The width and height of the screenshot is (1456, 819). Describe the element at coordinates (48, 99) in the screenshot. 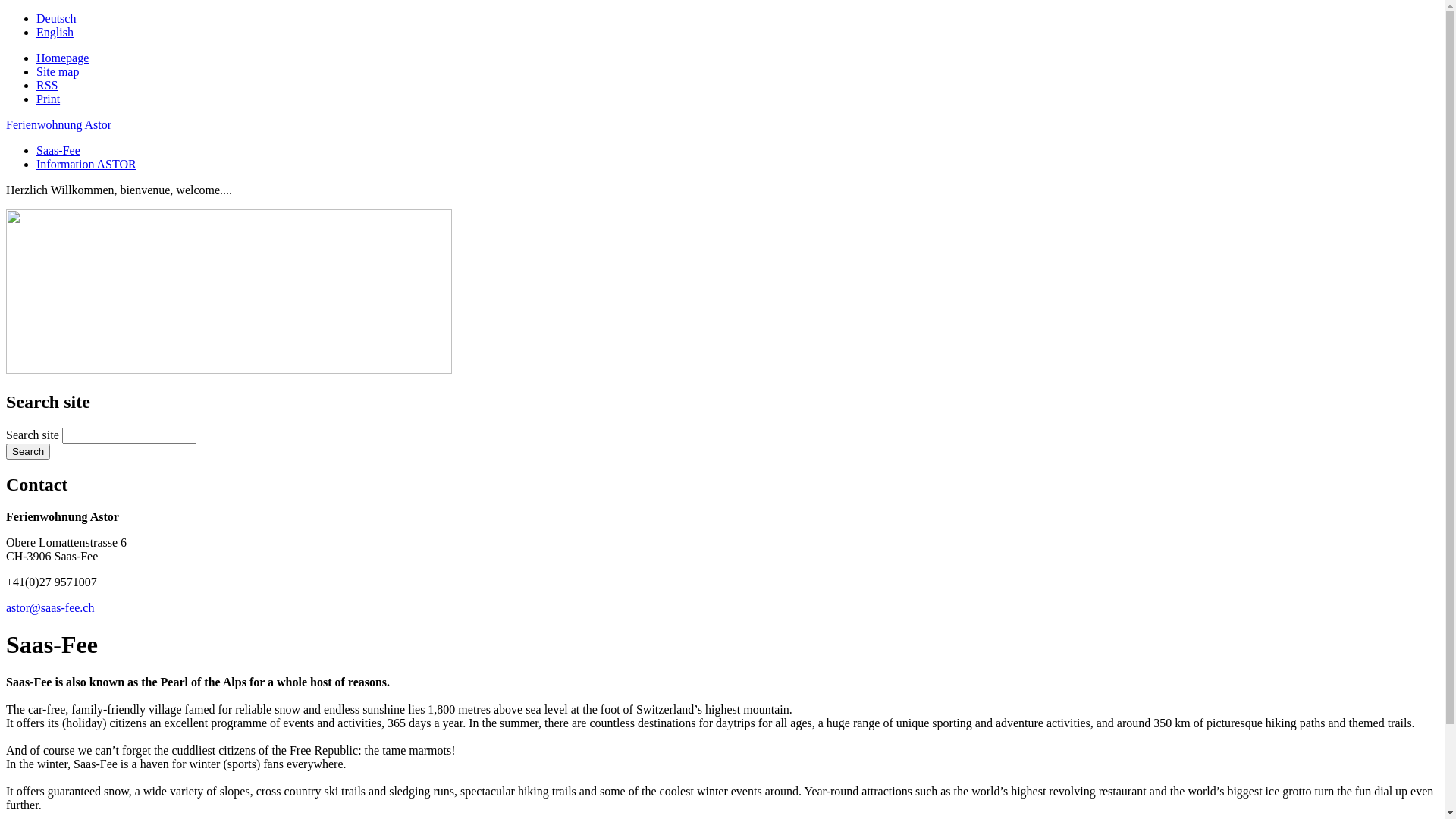

I see `'Print'` at that location.